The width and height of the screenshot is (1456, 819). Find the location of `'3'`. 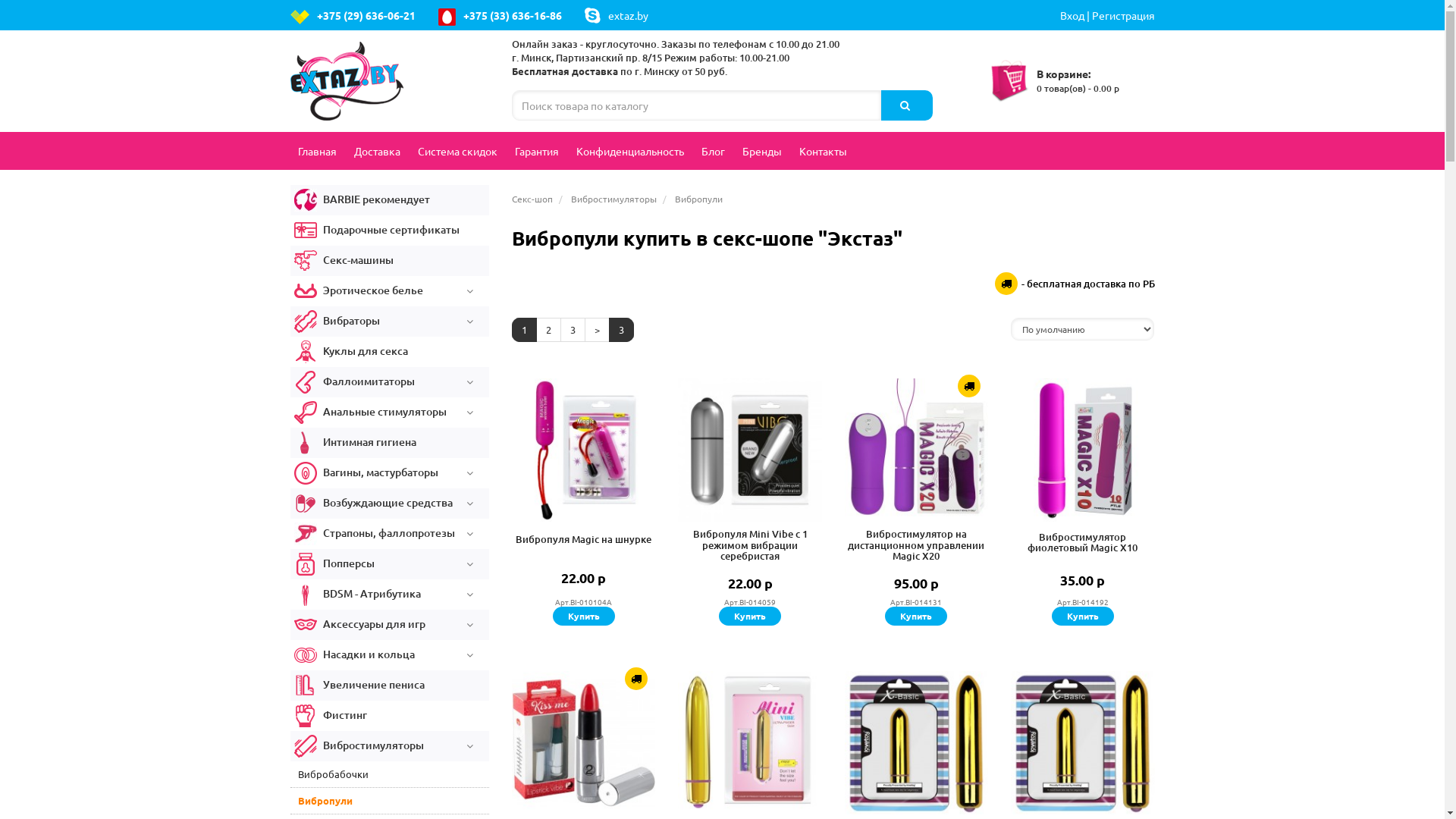

'3' is located at coordinates (621, 329).